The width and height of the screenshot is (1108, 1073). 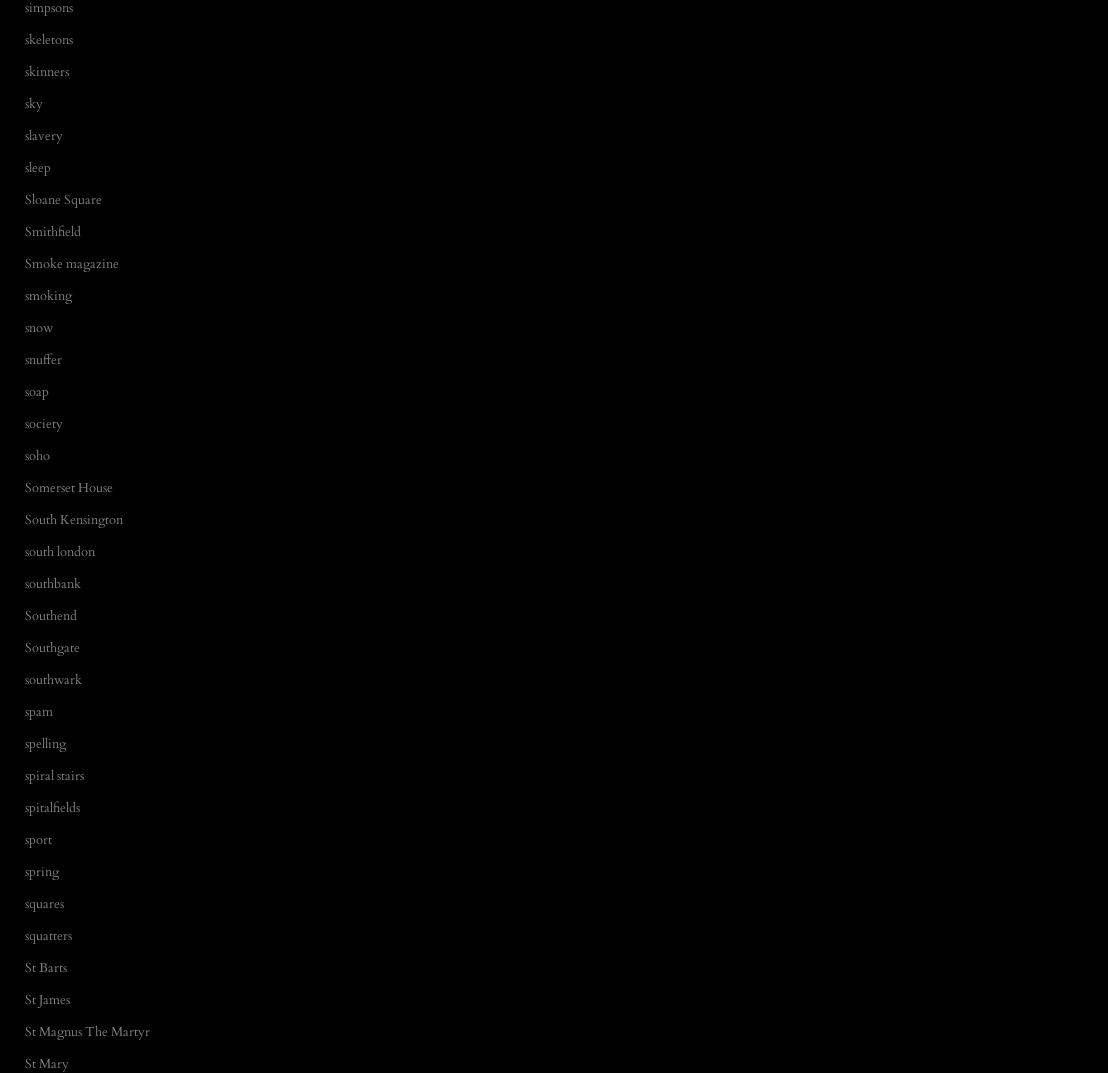 I want to click on 'Sloane Square', so click(x=62, y=199).